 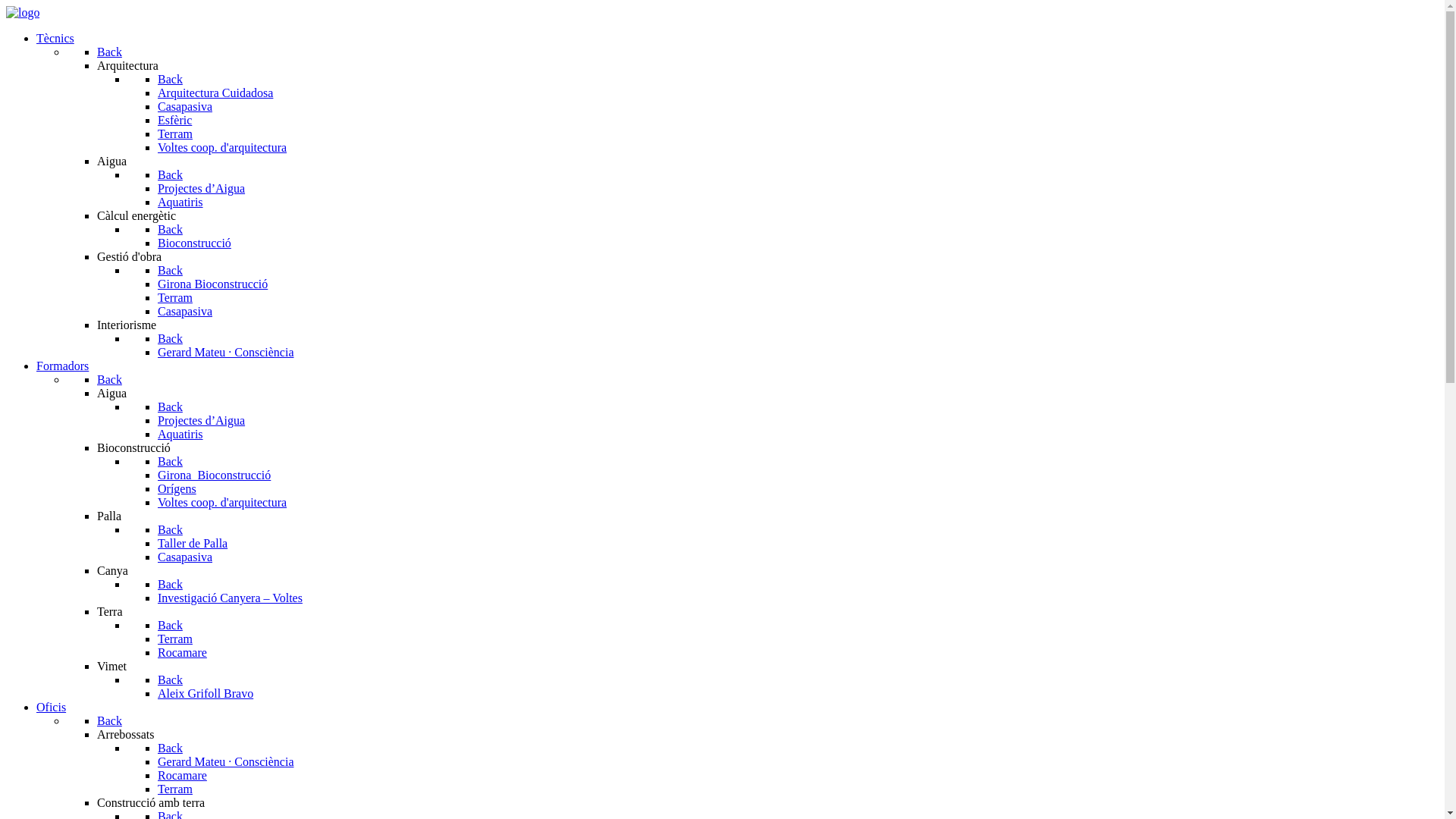 What do you see at coordinates (157, 79) in the screenshot?
I see `'Back'` at bounding box center [157, 79].